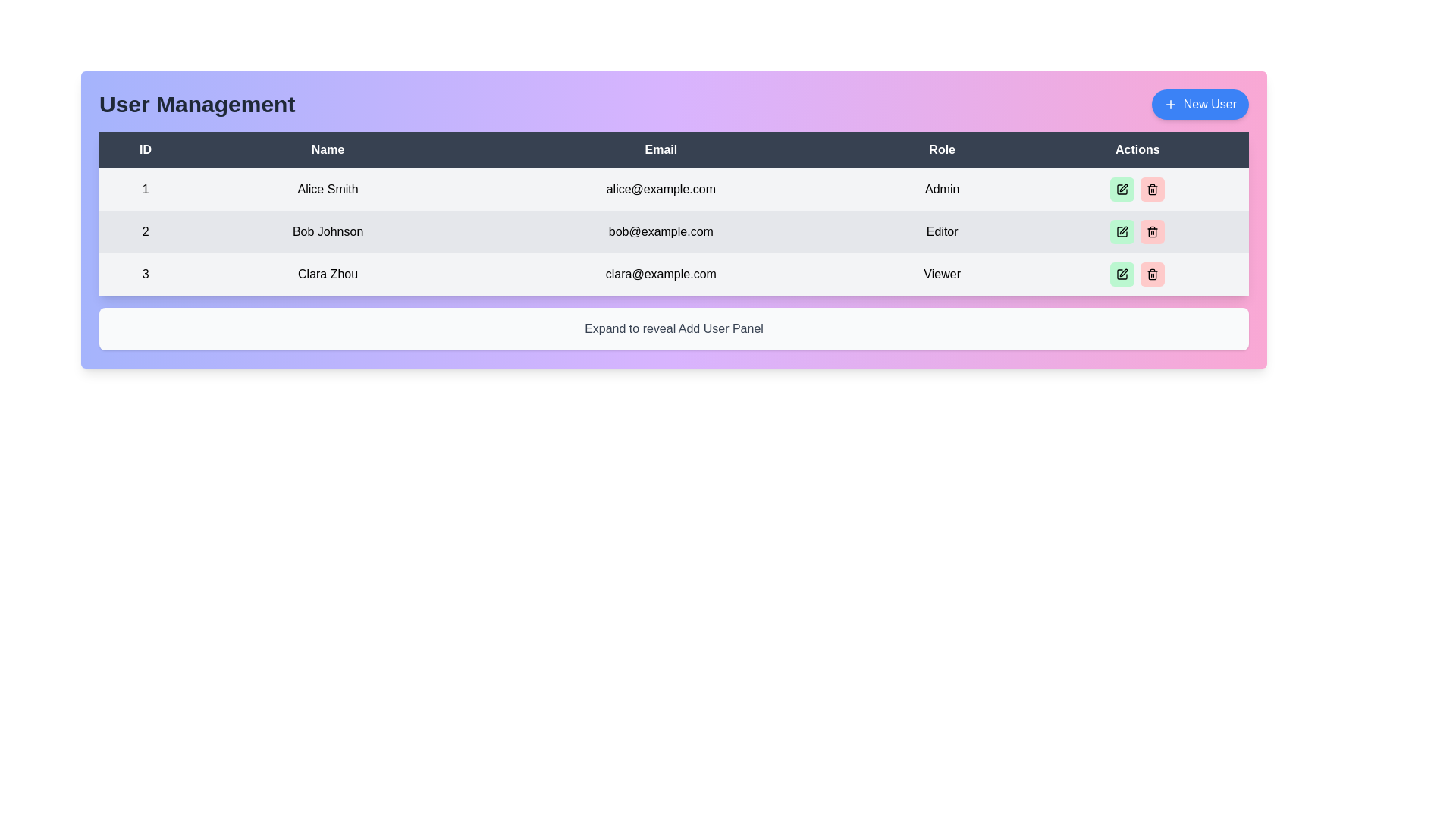 This screenshot has width=1456, height=819. What do you see at coordinates (1153, 275) in the screenshot?
I see `the red button with rounded corners and a trashcan icon located` at bounding box center [1153, 275].